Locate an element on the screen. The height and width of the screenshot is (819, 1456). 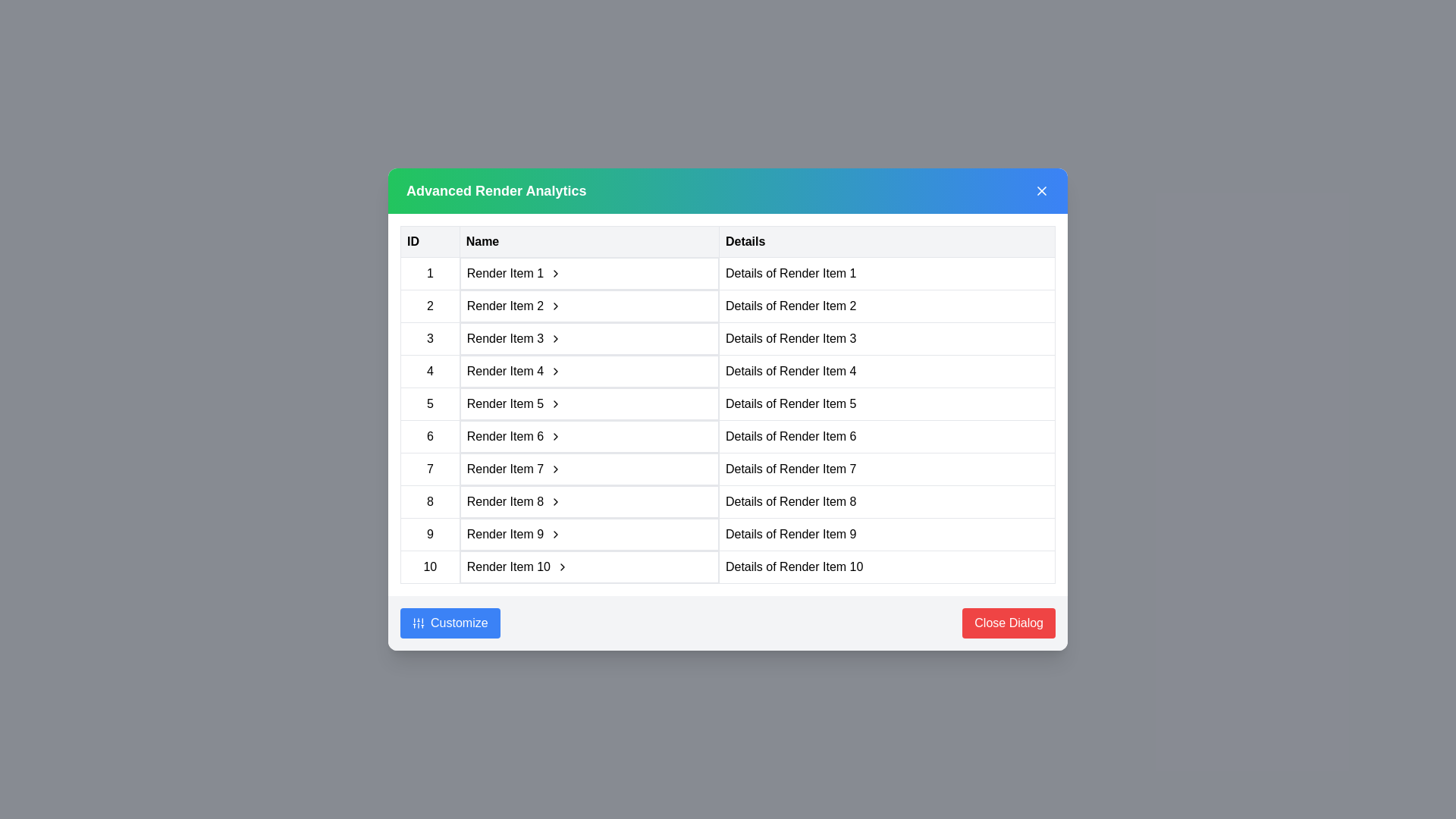
'X' icon at the top-right corner of the dialog to close it is located at coordinates (1040, 190).